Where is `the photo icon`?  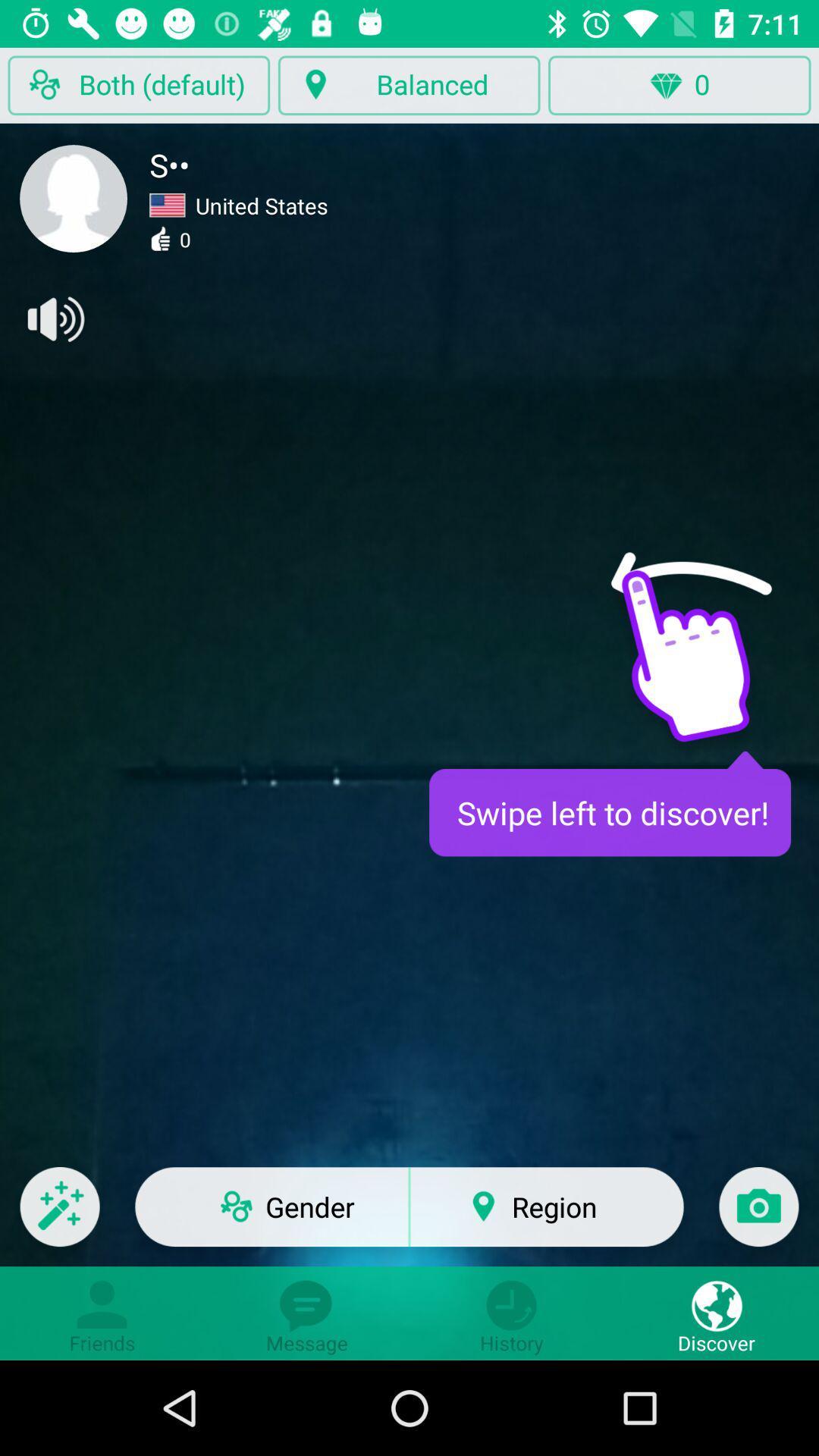
the photo icon is located at coordinates (758, 1216).